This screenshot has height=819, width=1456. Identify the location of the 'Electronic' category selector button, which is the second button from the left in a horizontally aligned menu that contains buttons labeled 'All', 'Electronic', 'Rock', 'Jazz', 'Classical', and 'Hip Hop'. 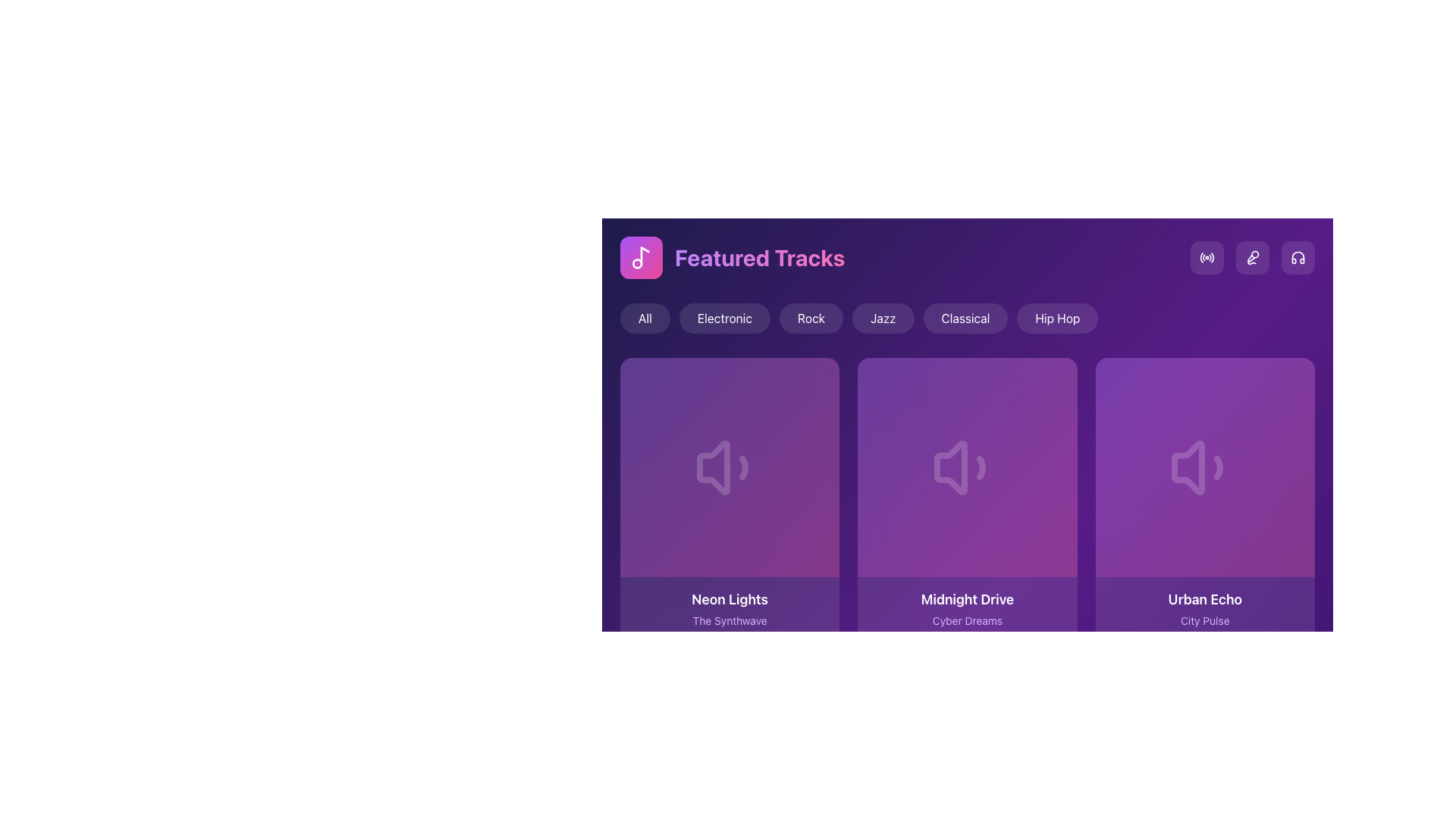
(723, 318).